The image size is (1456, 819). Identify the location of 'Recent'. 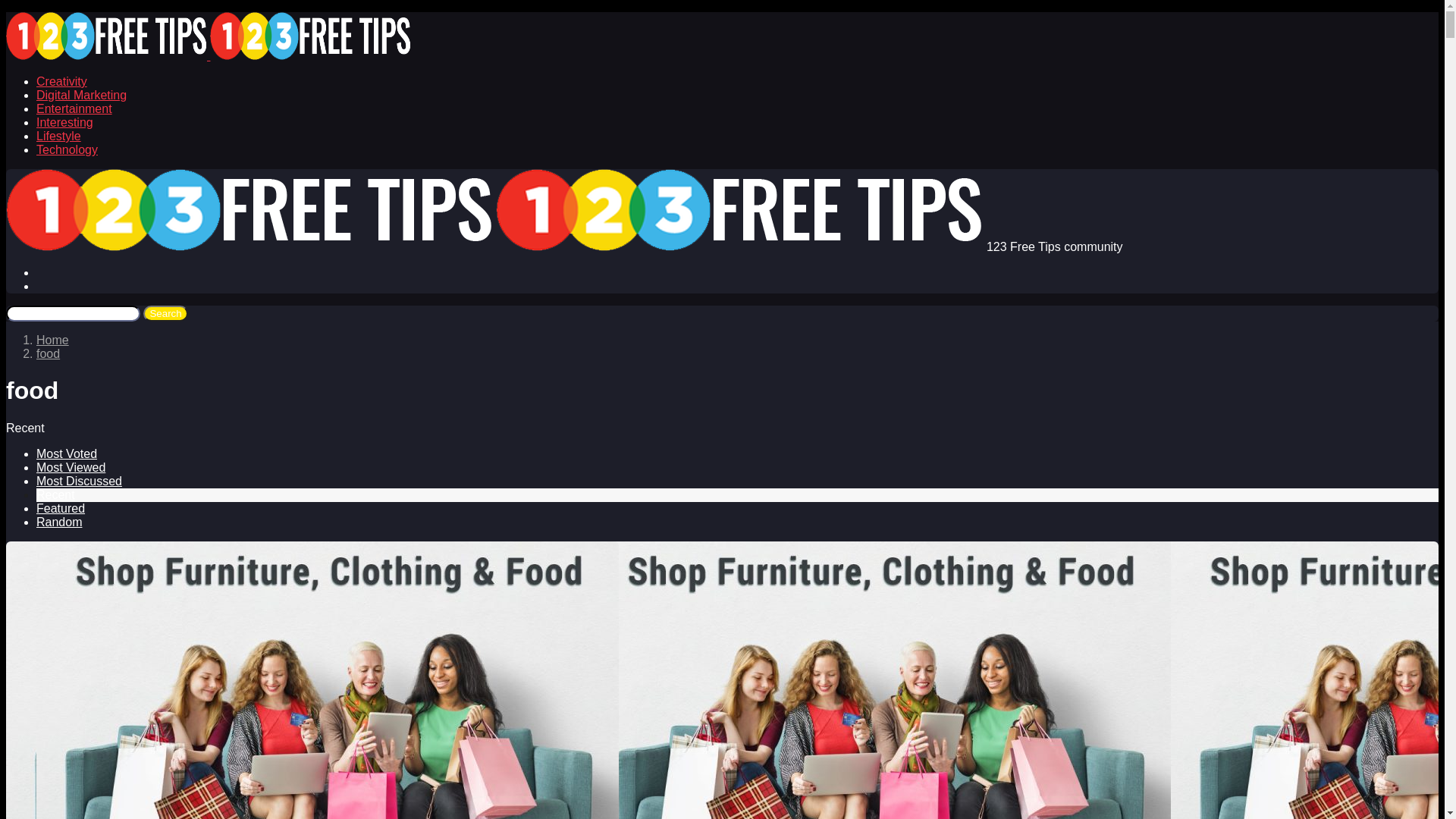
(55, 494).